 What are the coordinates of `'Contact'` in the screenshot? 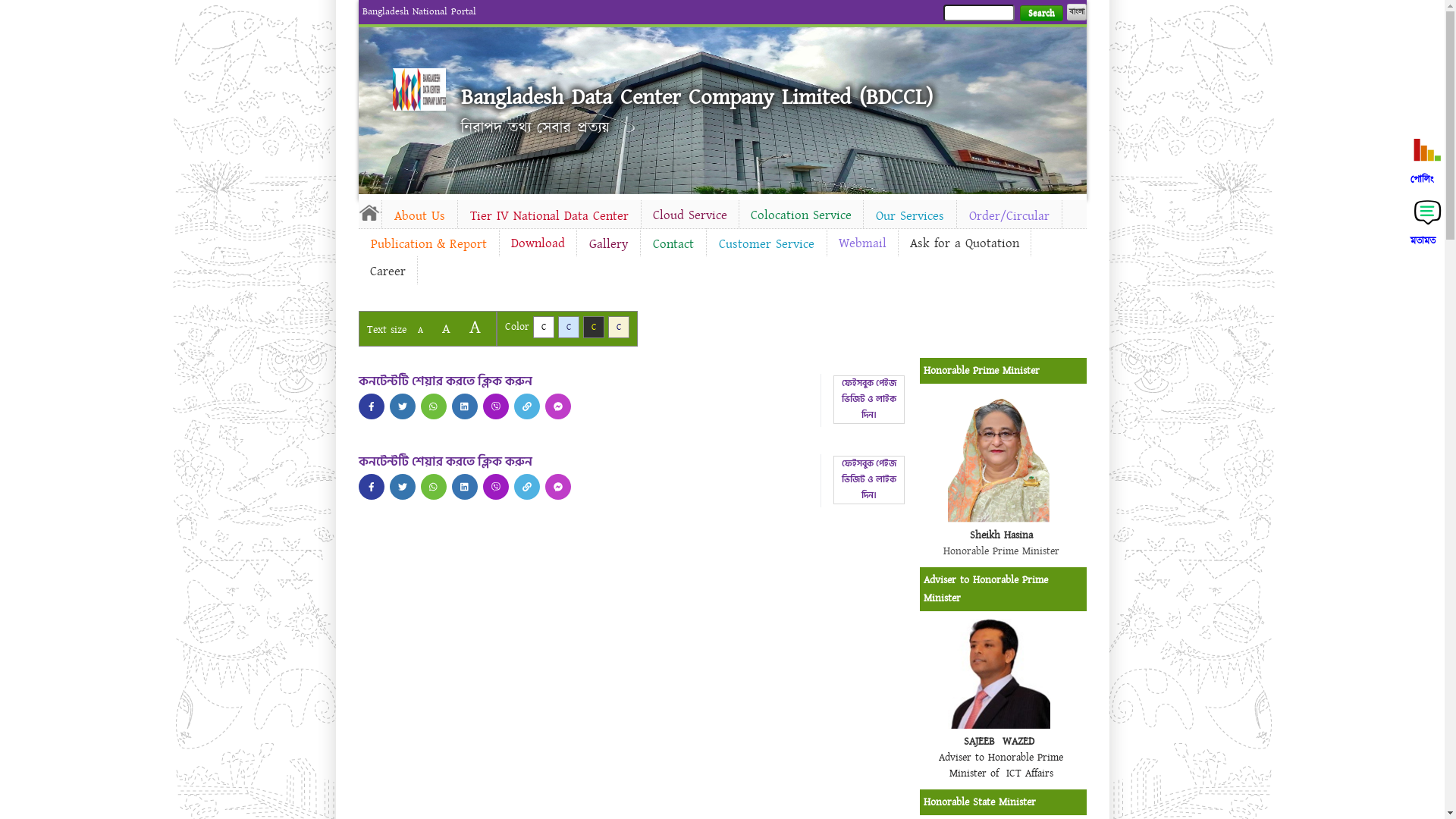 It's located at (672, 243).